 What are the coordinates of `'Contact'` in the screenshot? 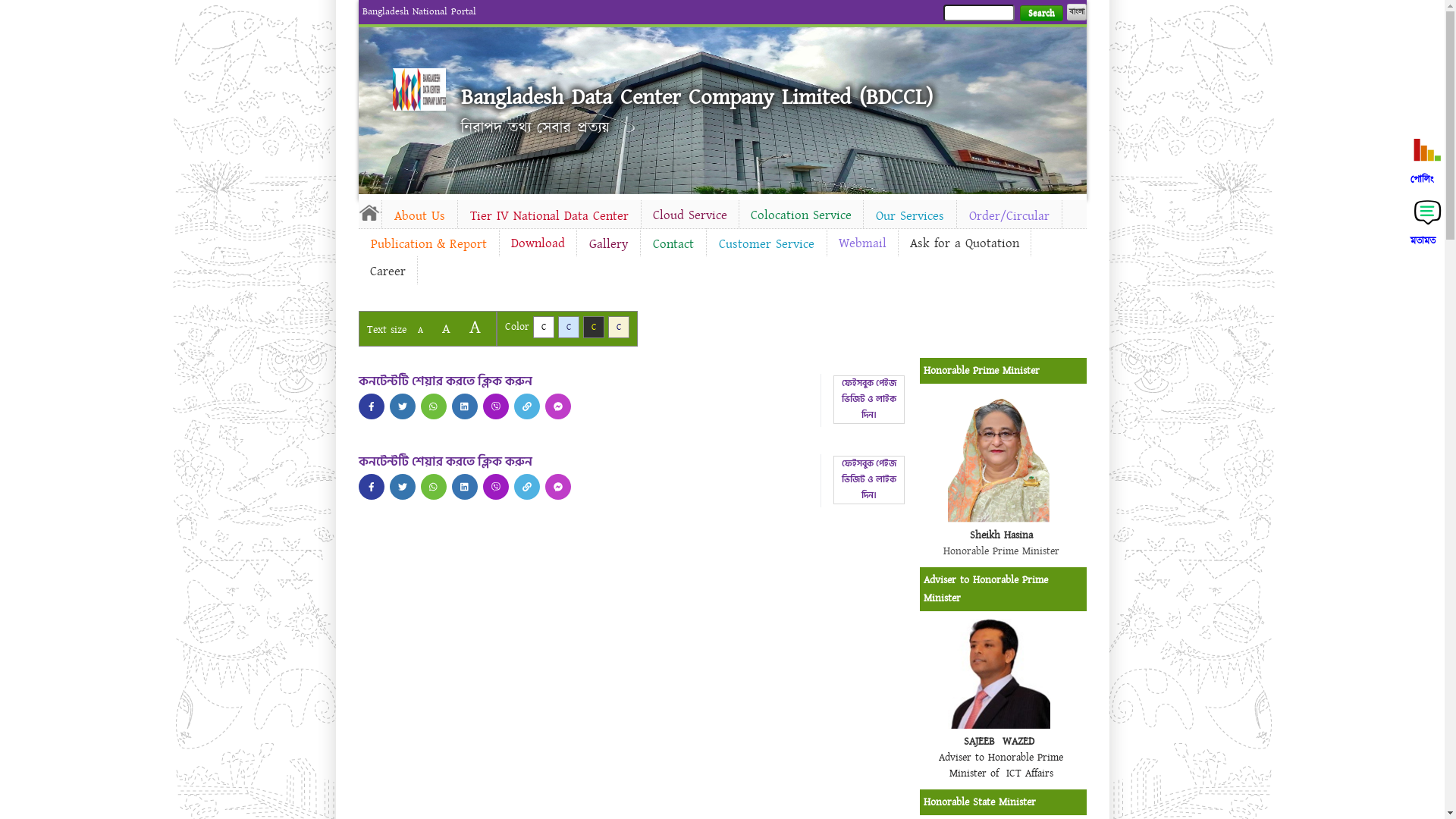 It's located at (672, 243).